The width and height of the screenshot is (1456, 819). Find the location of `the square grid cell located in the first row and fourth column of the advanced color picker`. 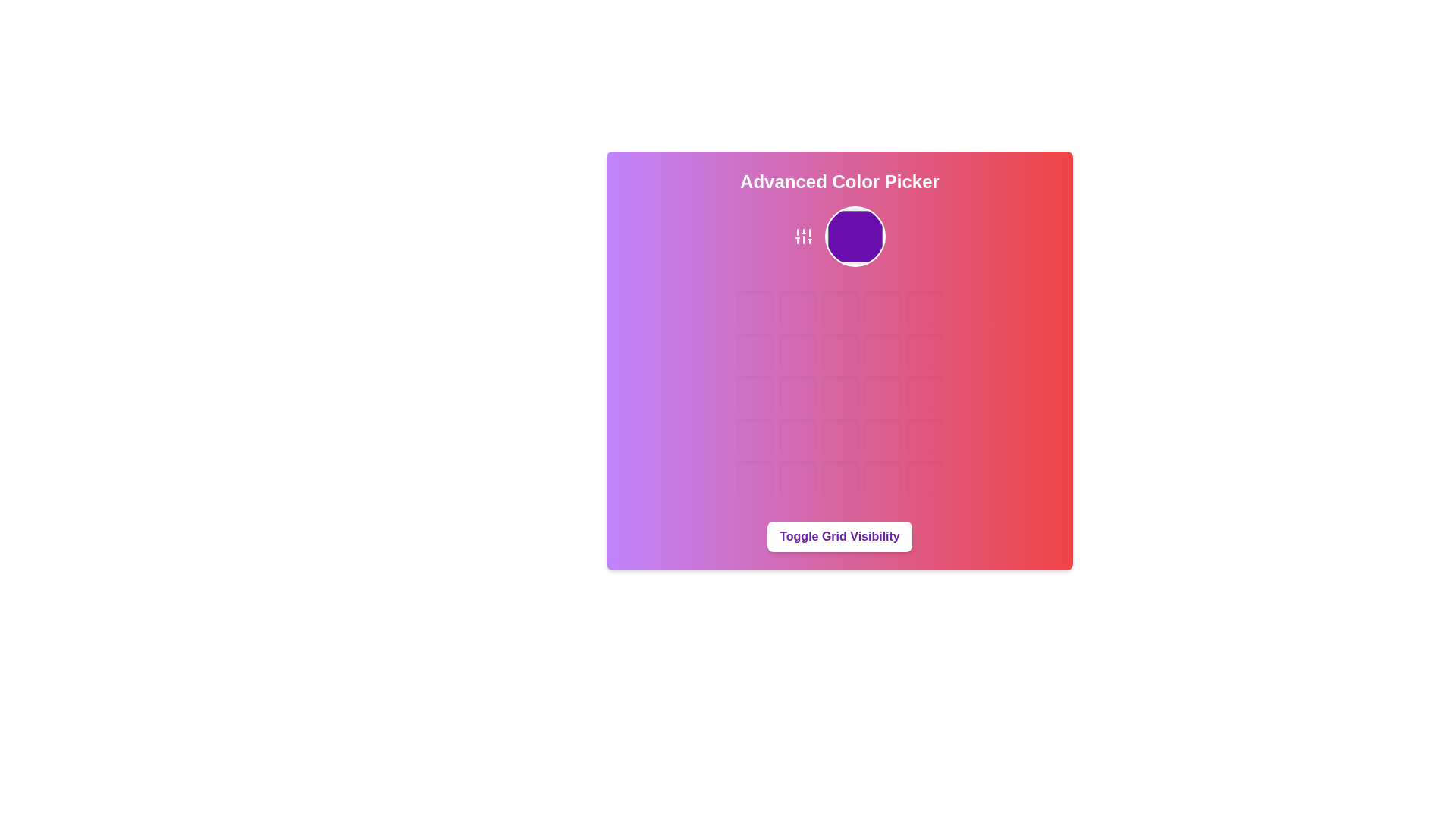

the square grid cell located in the first row and fourth column of the advanced color picker is located at coordinates (882, 309).